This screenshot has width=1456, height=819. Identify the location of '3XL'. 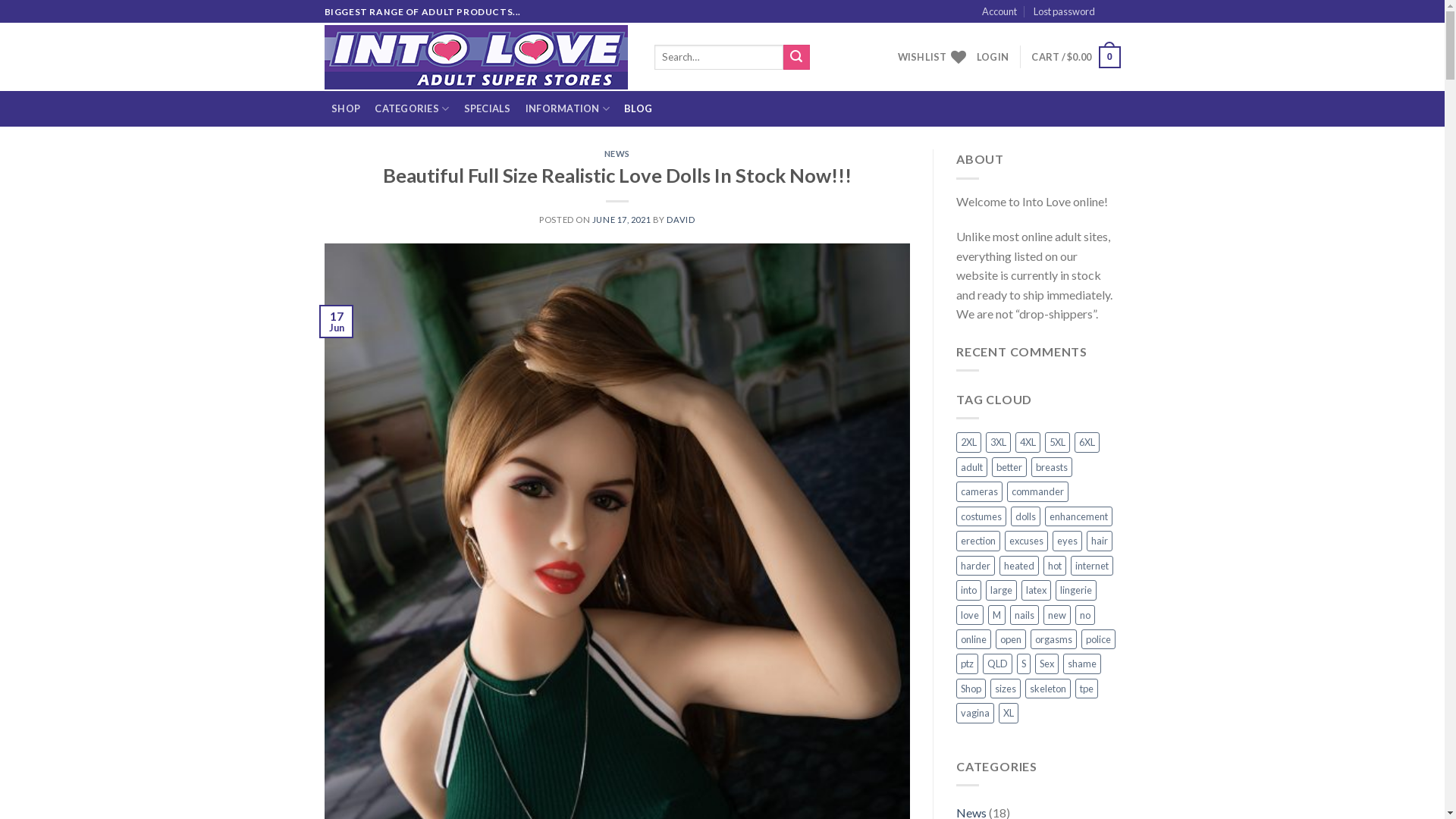
(998, 441).